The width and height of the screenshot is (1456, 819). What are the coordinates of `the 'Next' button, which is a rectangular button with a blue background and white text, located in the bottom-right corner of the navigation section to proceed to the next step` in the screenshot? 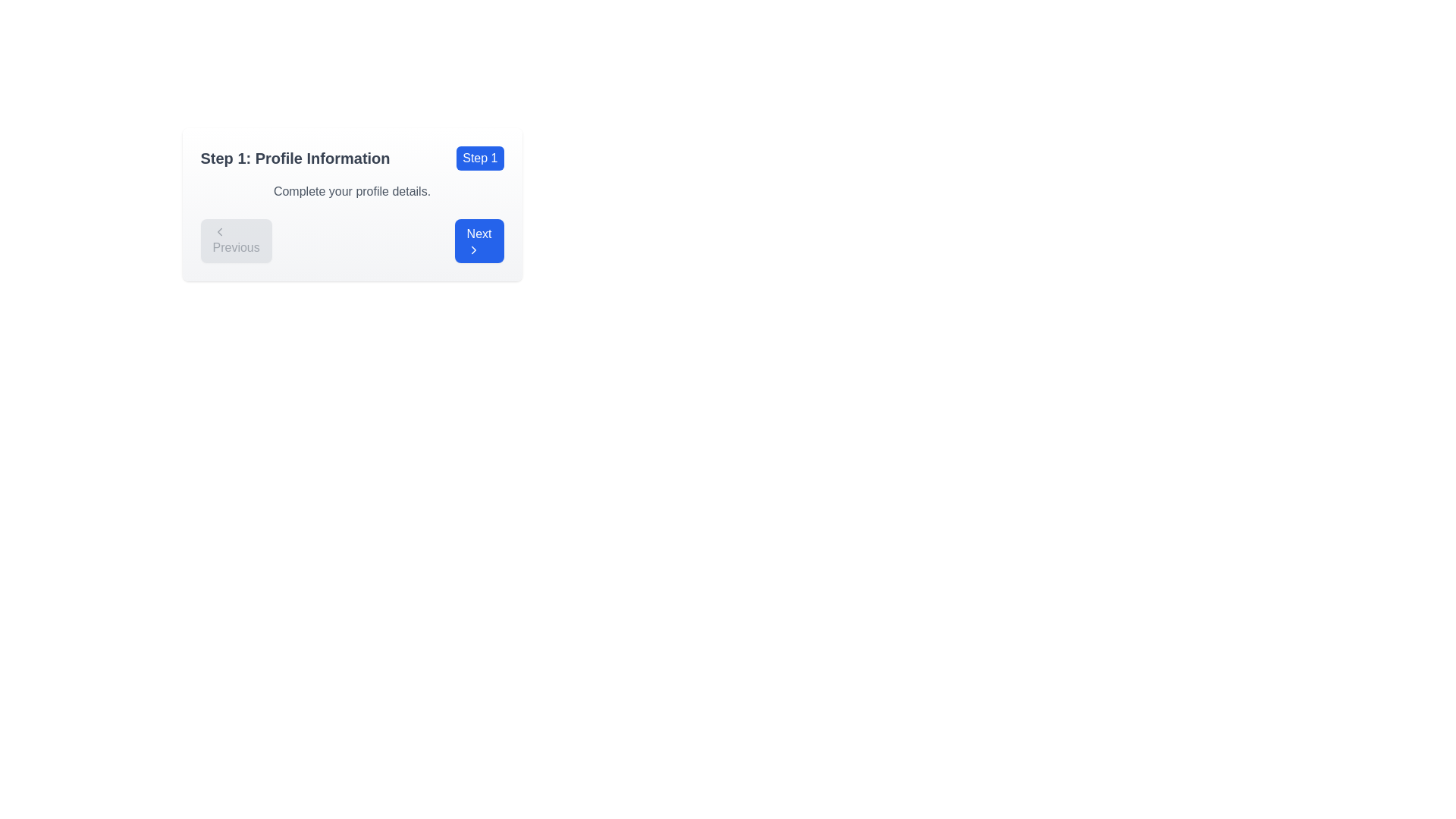 It's located at (479, 240).